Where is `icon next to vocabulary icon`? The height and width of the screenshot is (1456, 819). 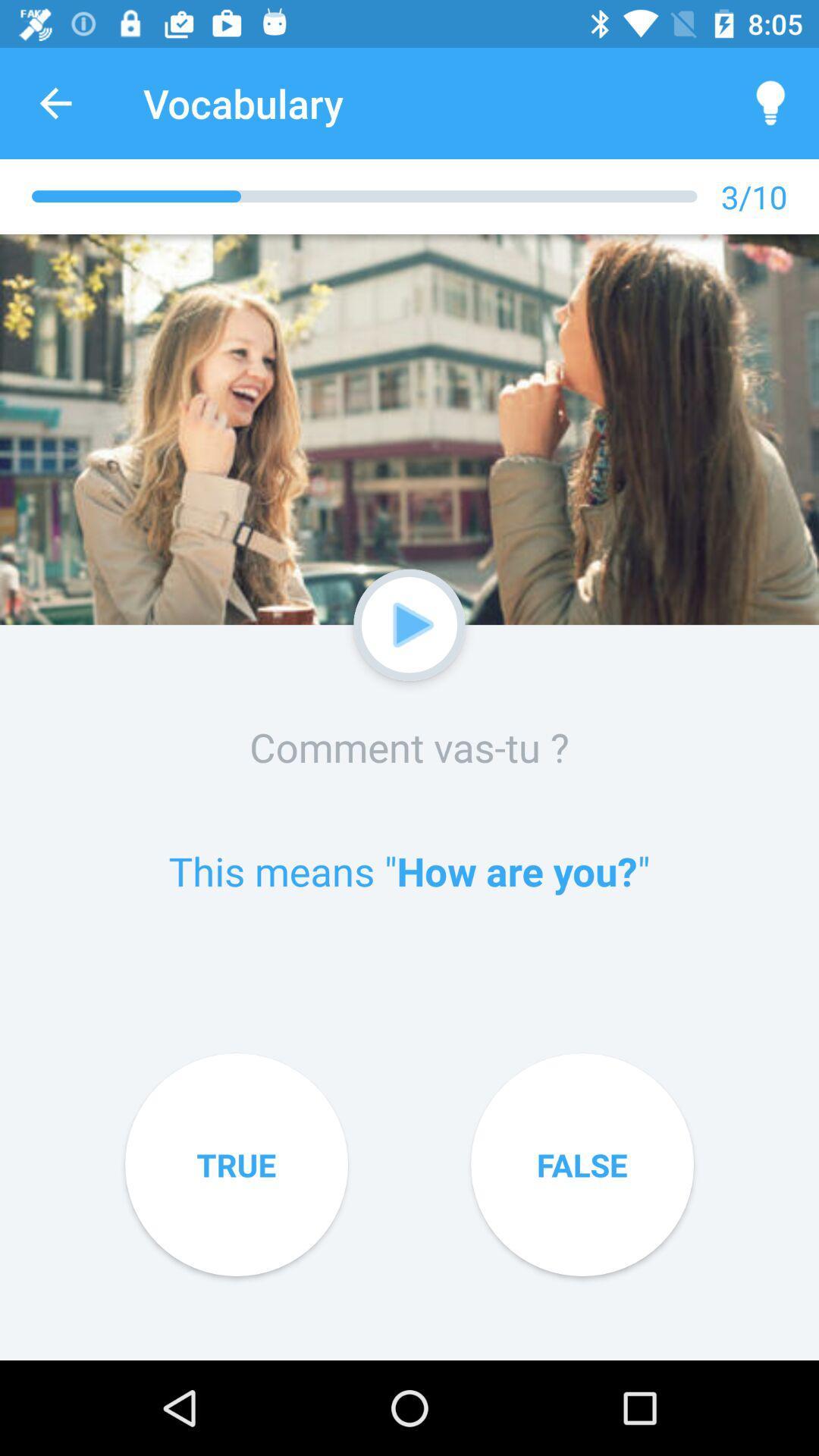 icon next to vocabulary icon is located at coordinates (55, 102).